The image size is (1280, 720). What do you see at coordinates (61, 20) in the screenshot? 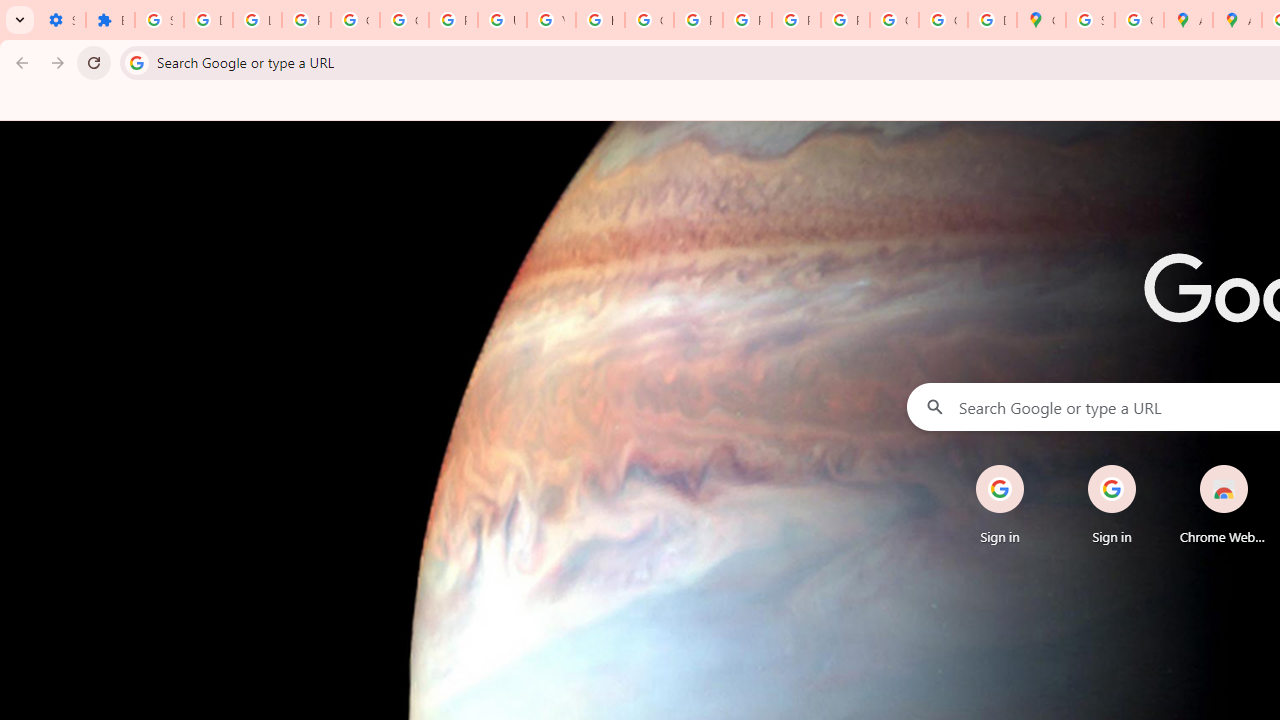
I see `'Settings - On startup'` at bounding box center [61, 20].